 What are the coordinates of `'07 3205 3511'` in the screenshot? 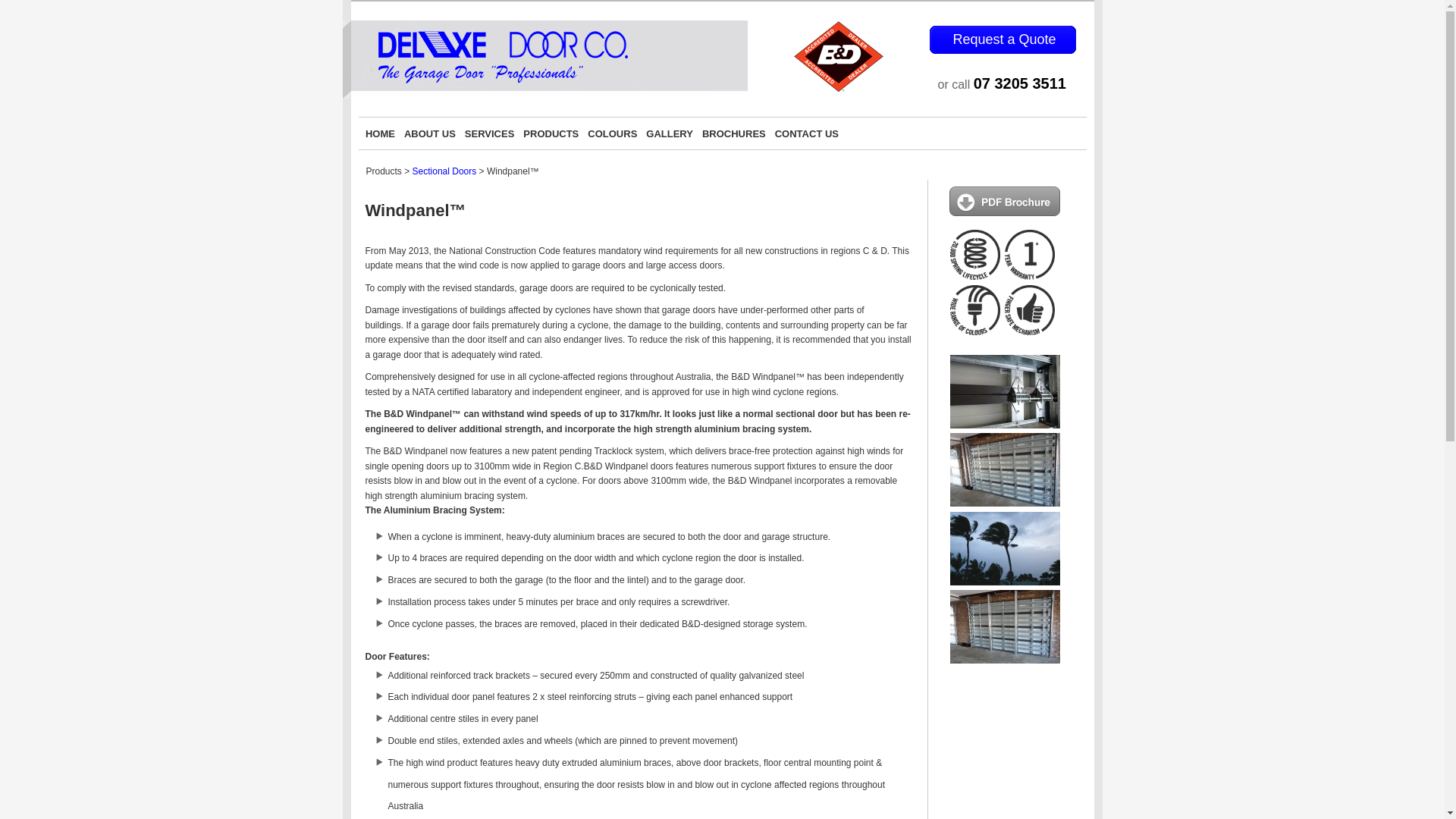 It's located at (973, 83).